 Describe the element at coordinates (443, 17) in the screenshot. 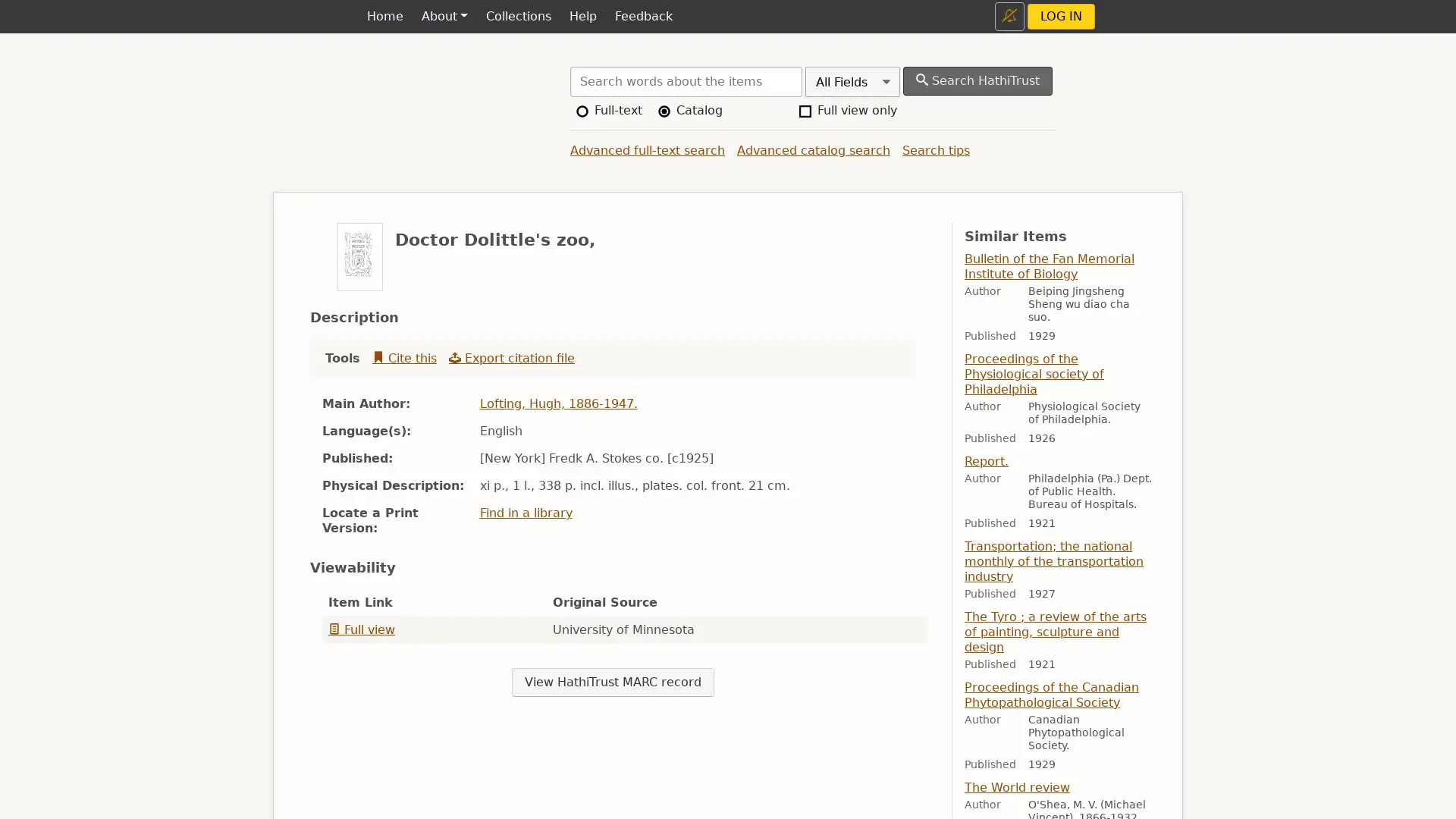

I see `About` at that location.